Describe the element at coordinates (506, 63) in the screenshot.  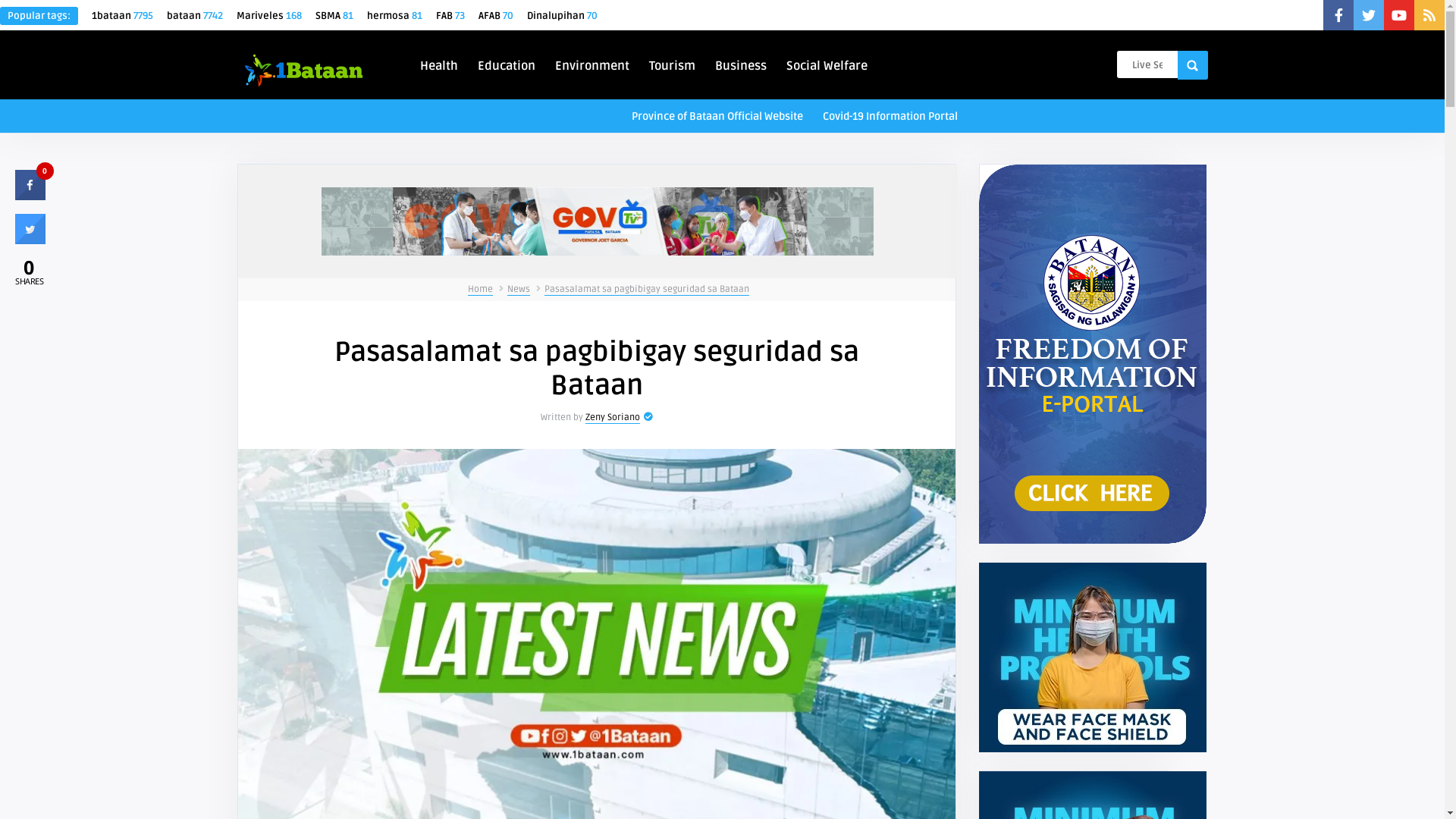
I see `'Education'` at that location.